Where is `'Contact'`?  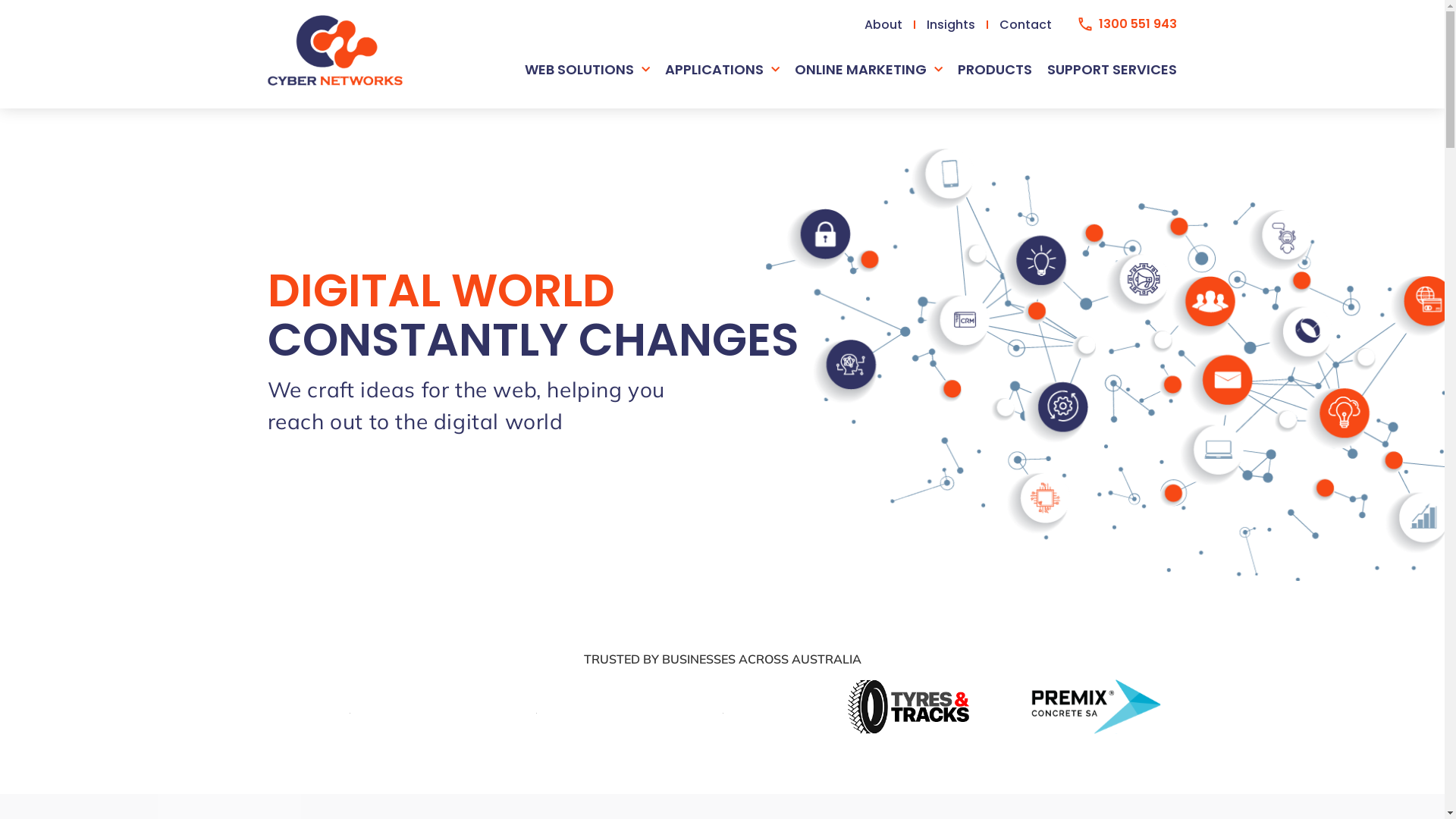 'Contact' is located at coordinates (1025, 24).